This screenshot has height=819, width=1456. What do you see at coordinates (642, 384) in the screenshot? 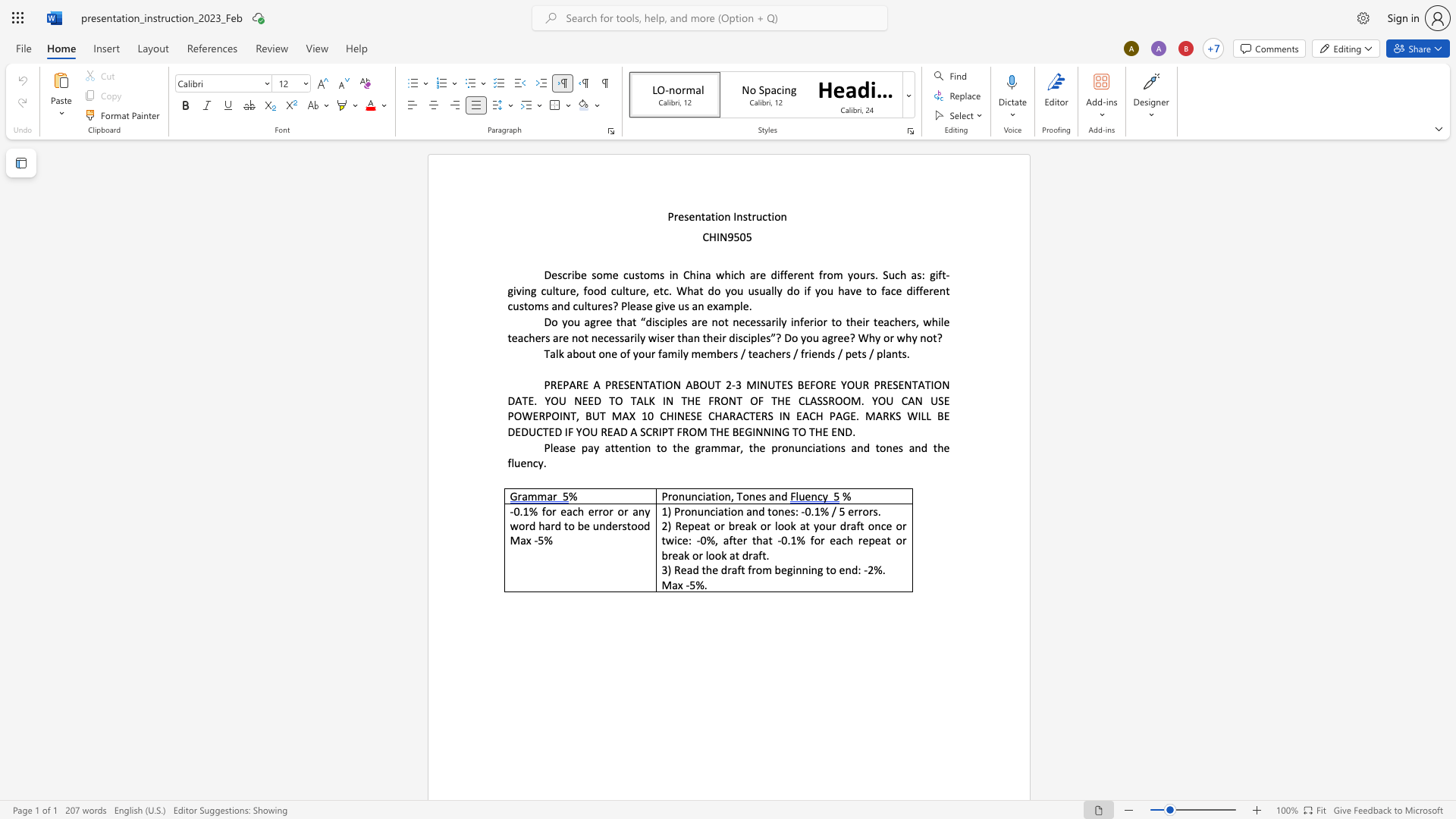
I see `the space between the continuous character "N" and "T" in the text` at bounding box center [642, 384].